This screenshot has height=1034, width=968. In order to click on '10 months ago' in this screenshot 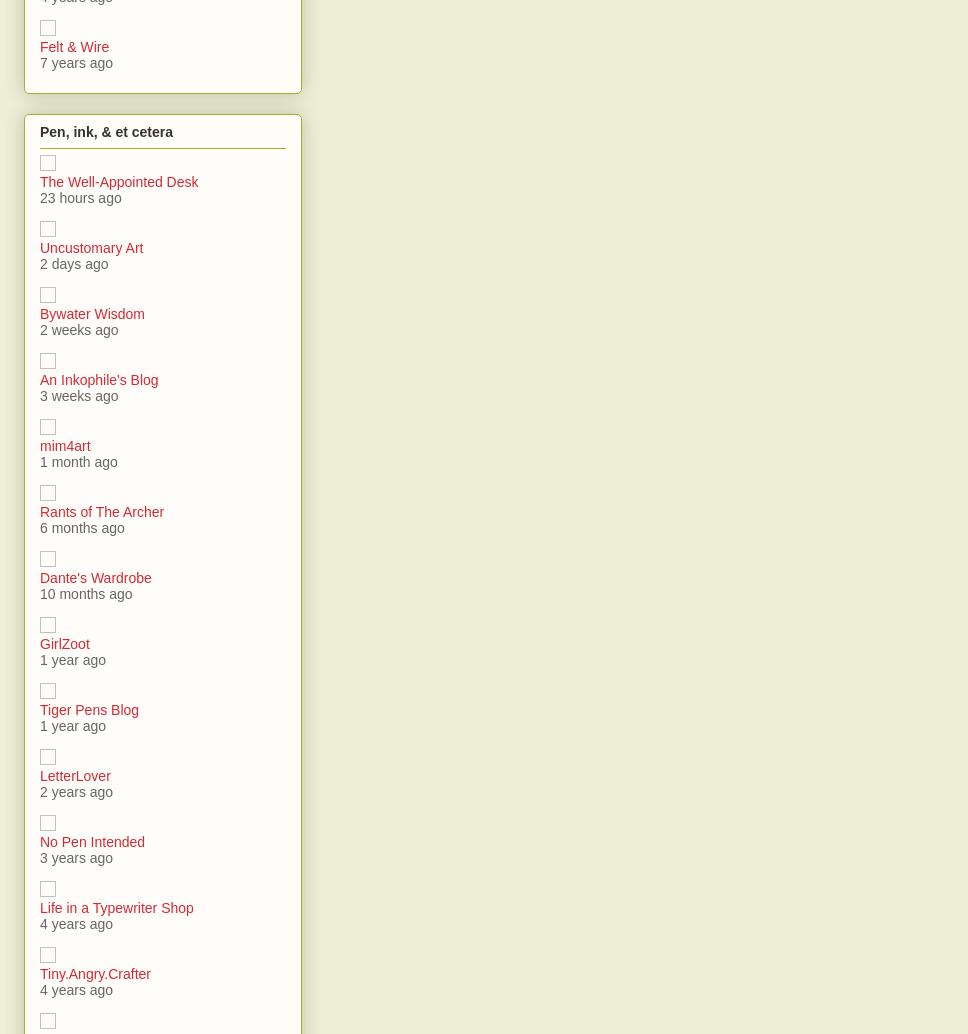, I will do `click(85, 592)`.